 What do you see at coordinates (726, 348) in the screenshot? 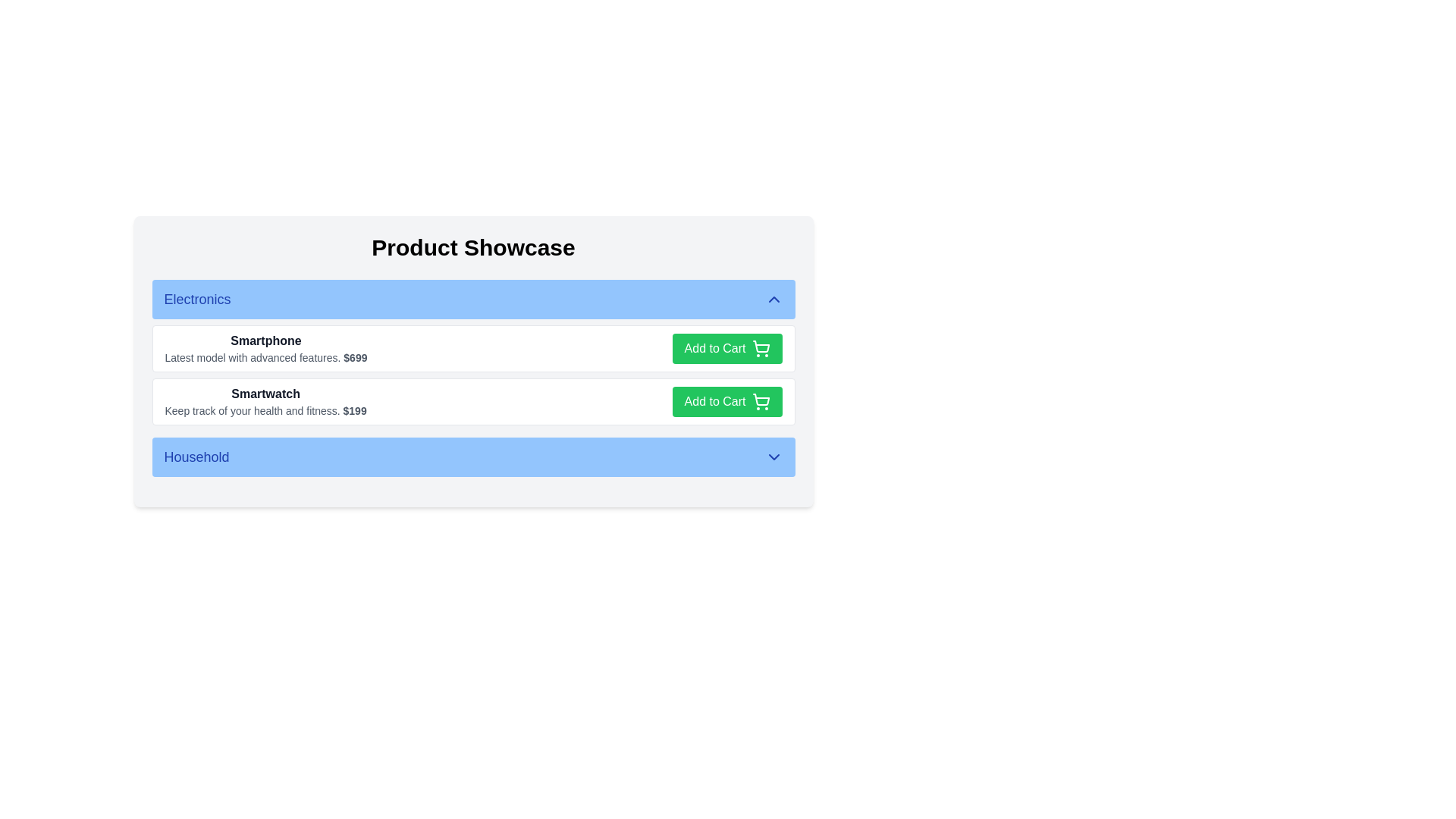
I see `the green 'Add to Cart' button with white text and cart icon for the 'Smartphone' product under the 'Electronics' category` at bounding box center [726, 348].